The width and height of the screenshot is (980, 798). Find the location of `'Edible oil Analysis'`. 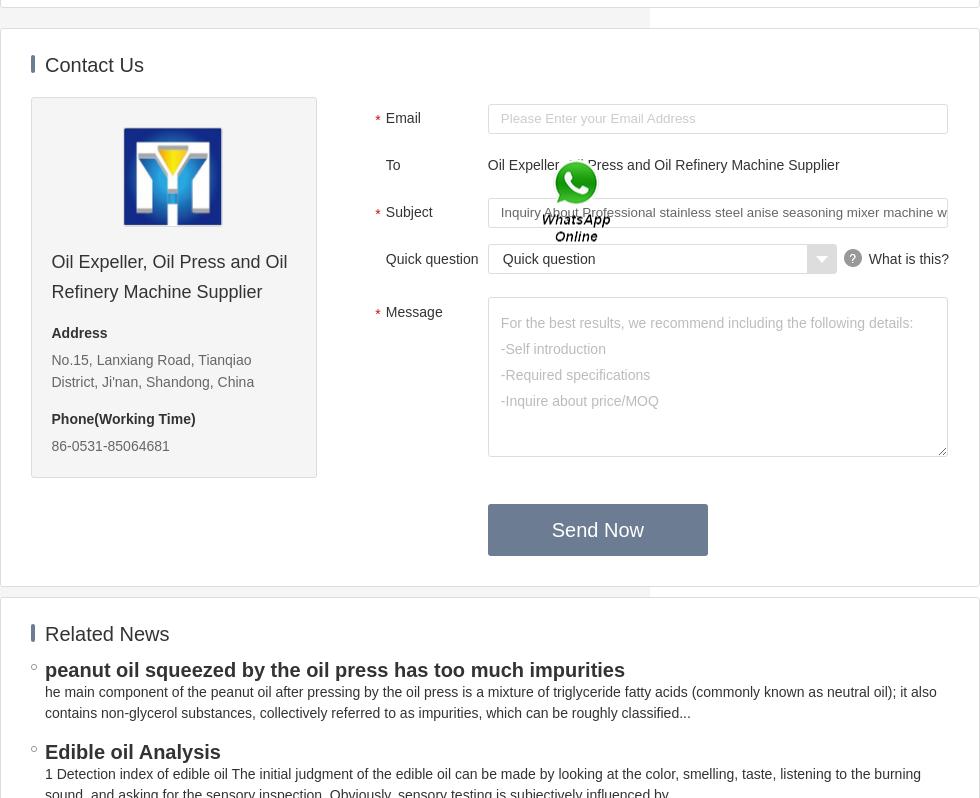

'Edible oil Analysis' is located at coordinates (132, 751).